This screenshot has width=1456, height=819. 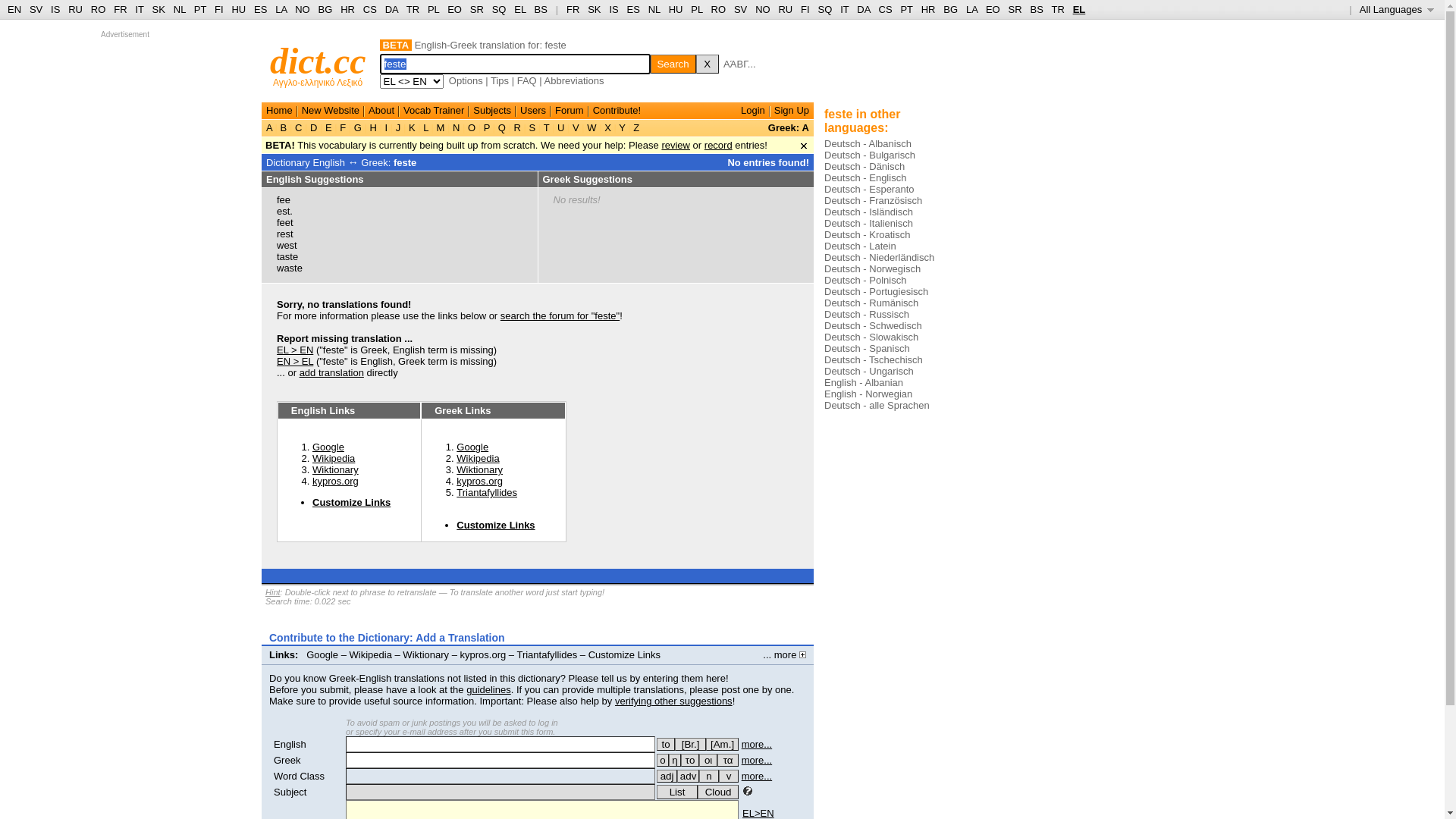 I want to click on 'Deutsch - Italienisch', so click(x=823, y=223).